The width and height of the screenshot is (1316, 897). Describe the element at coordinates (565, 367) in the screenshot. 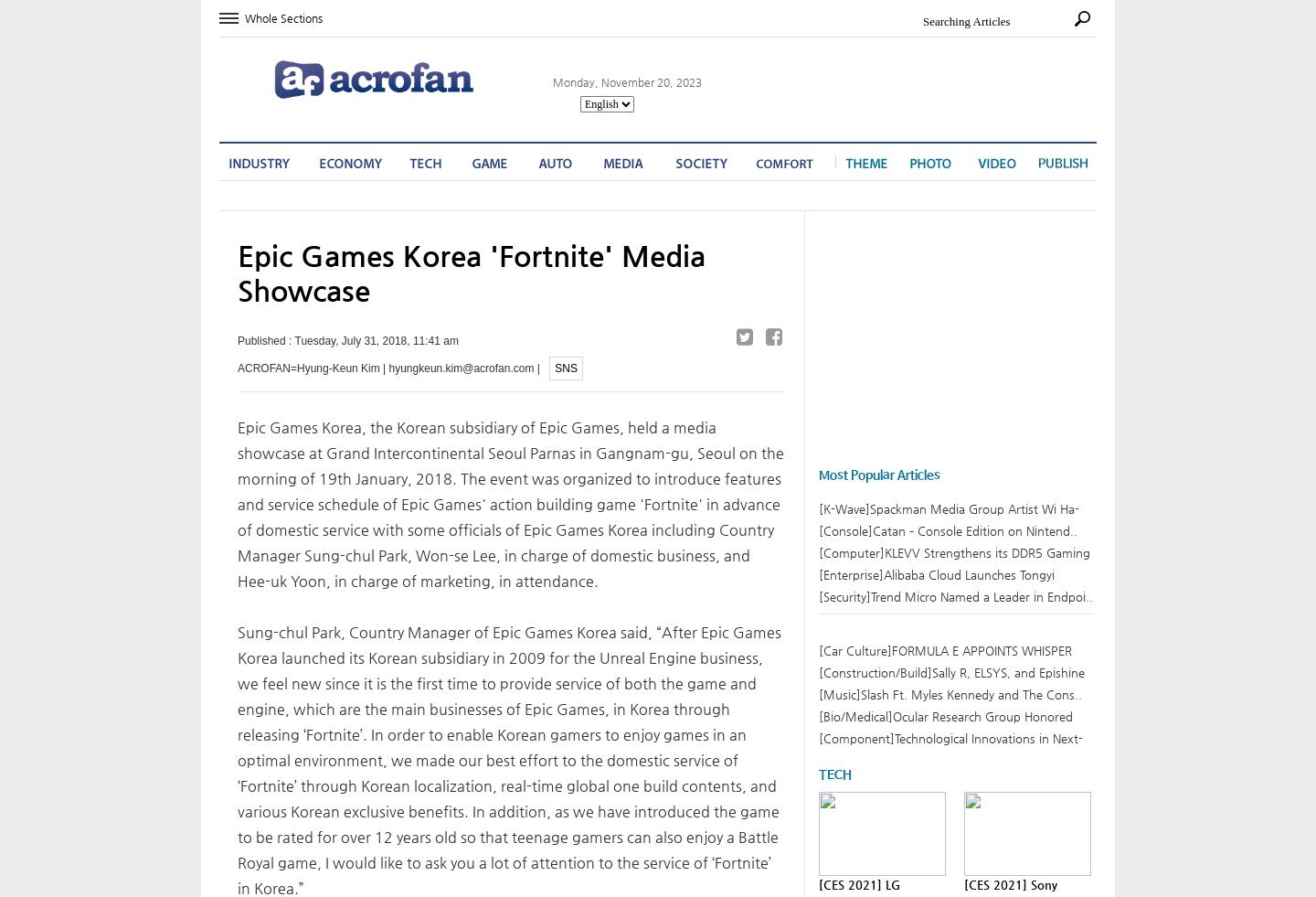

I see `'SNS'` at that location.